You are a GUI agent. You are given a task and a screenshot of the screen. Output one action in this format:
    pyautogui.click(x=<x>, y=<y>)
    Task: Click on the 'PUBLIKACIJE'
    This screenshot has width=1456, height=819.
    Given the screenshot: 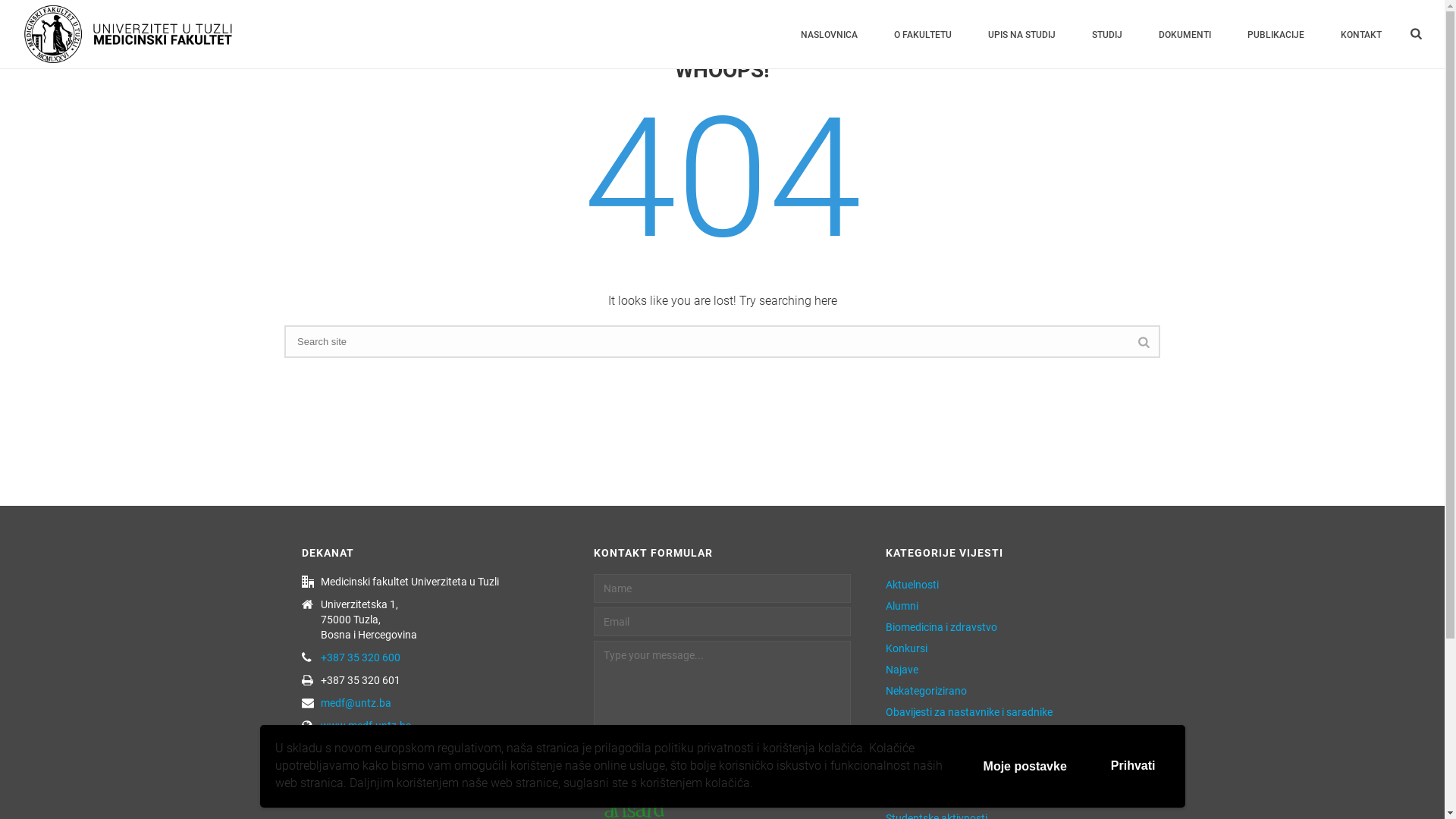 What is the action you would take?
    pyautogui.click(x=1275, y=34)
    